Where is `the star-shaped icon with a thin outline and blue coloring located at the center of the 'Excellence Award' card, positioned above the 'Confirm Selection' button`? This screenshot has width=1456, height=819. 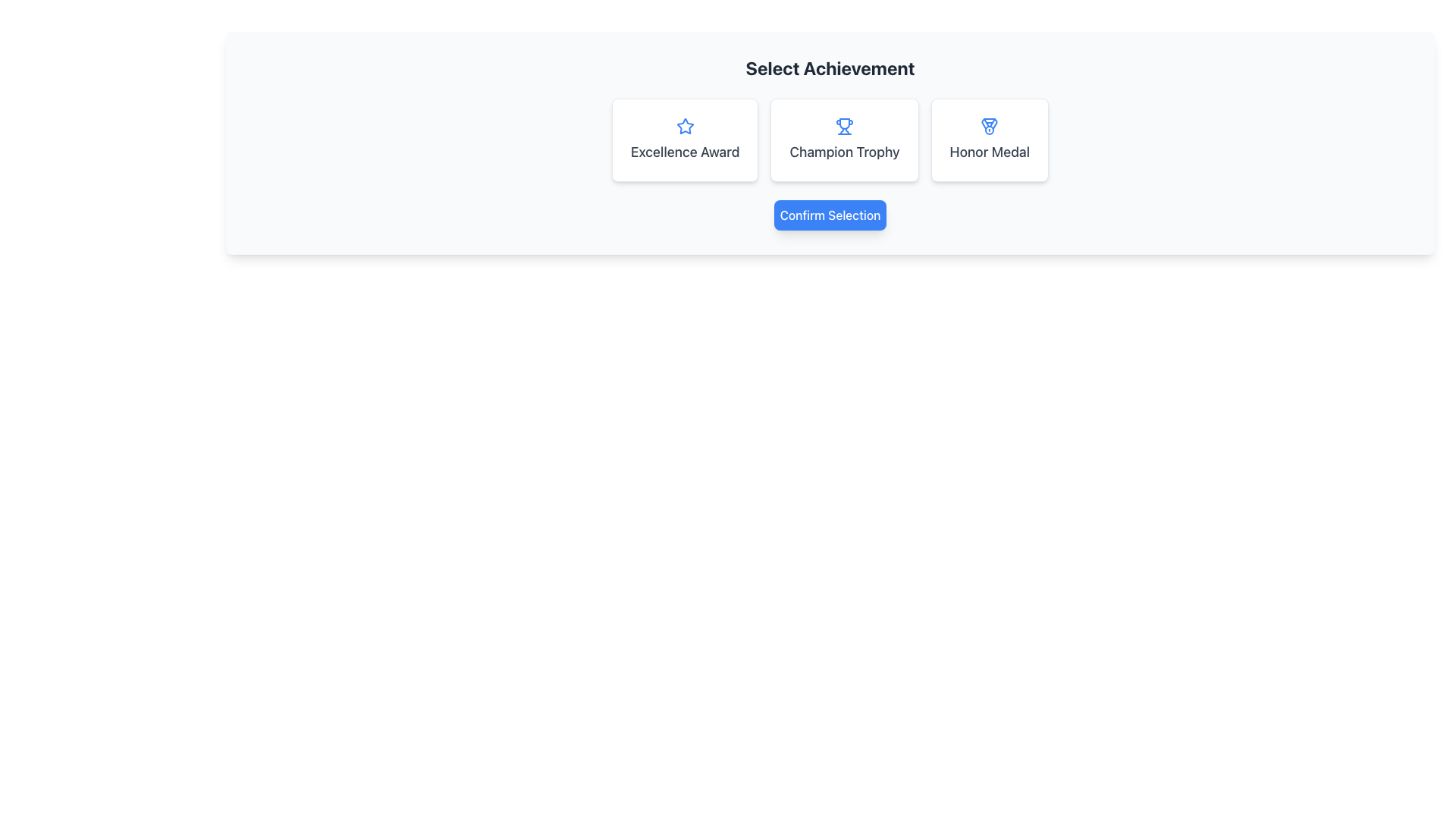 the star-shaped icon with a thin outline and blue coloring located at the center of the 'Excellence Award' card, positioned above the 'Confirm Selection' button is located at coordinates (684, 125).